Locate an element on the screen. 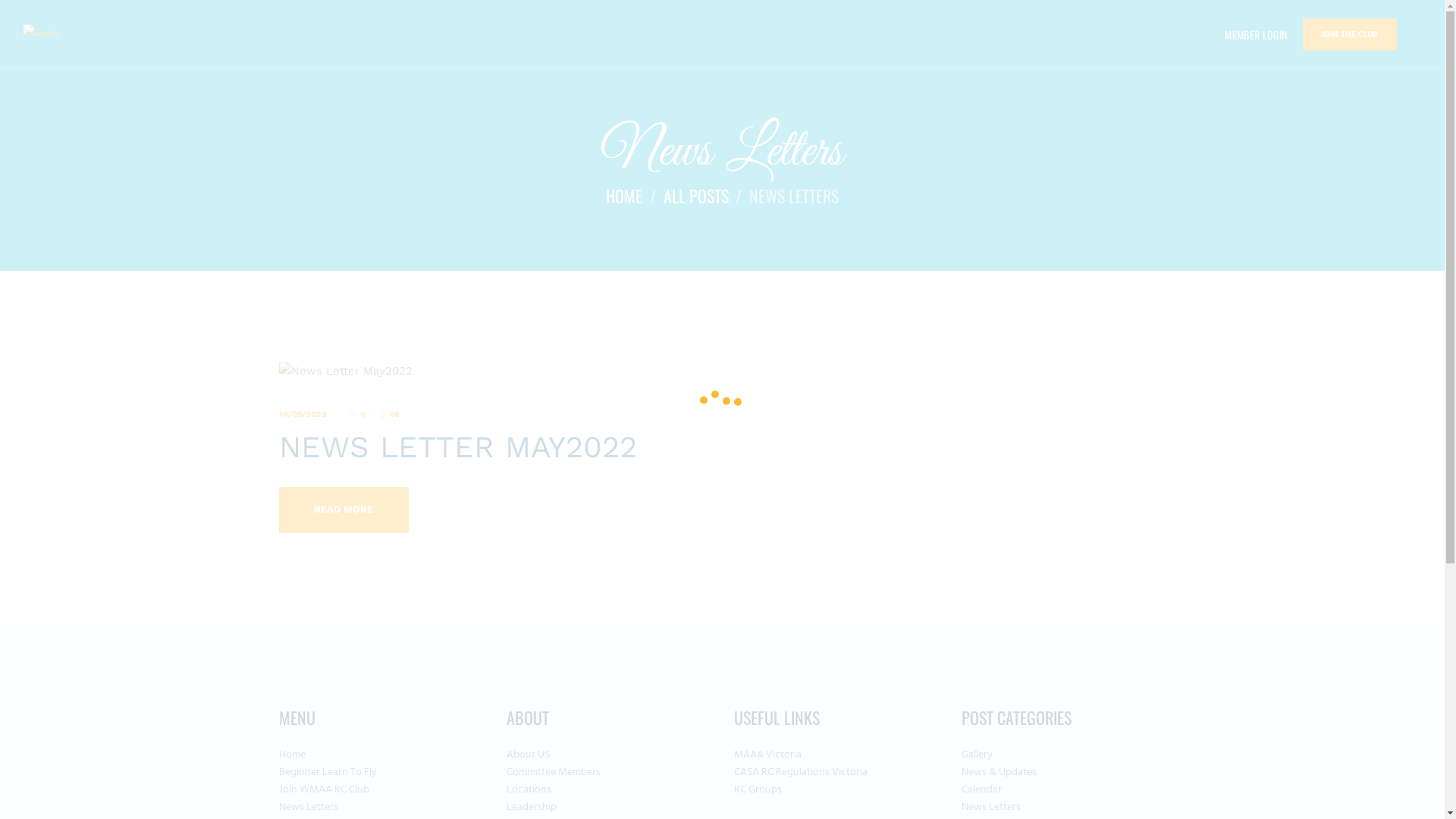 This screenshot has width=1456, height=819. '56' is located at coordinates (391, 414).